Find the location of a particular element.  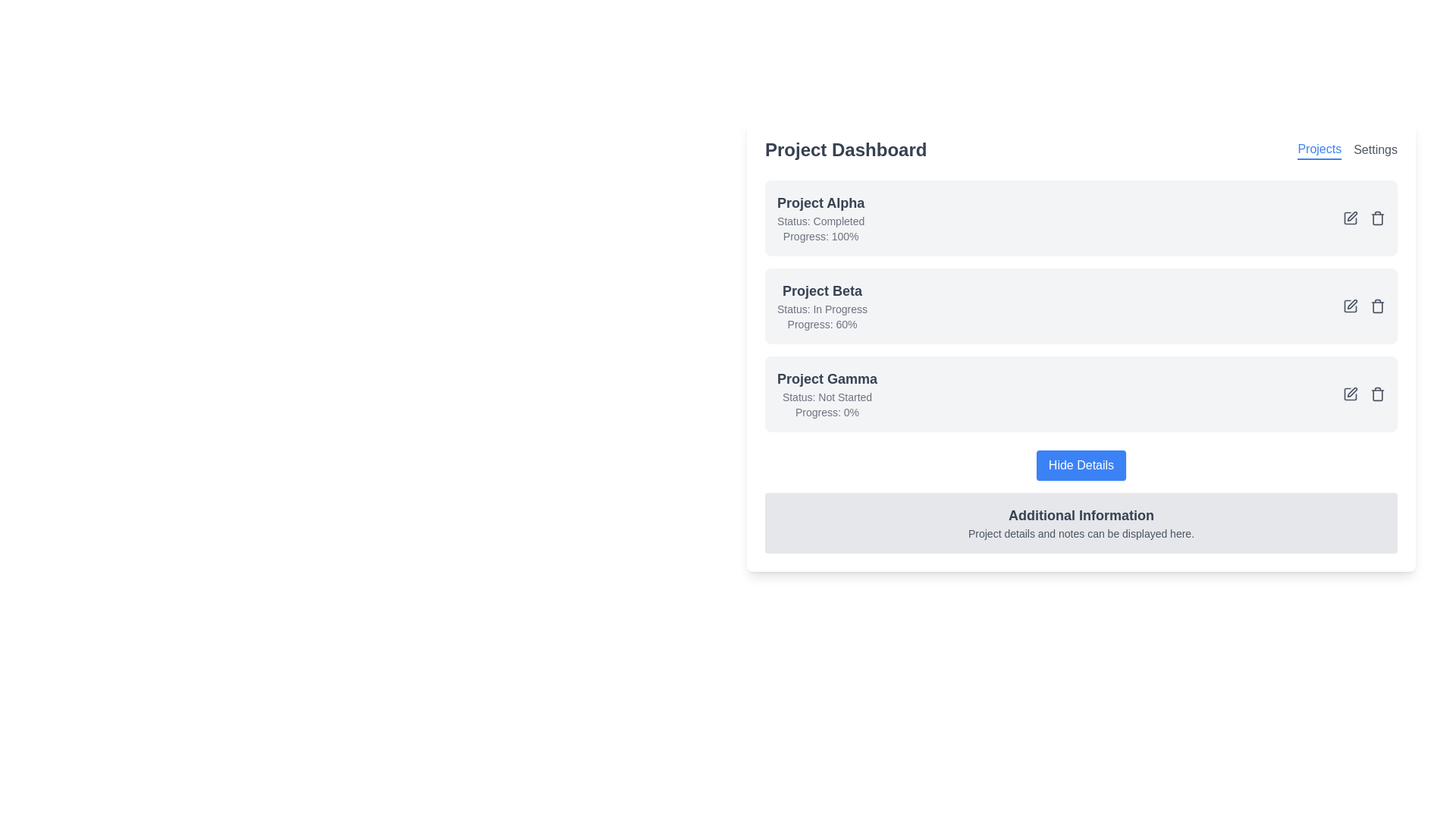

the Text label indicating the current status of the associated project in the 'Project Gamma' section of the 'Project Dashboard' is located at coordinates (826, 397).